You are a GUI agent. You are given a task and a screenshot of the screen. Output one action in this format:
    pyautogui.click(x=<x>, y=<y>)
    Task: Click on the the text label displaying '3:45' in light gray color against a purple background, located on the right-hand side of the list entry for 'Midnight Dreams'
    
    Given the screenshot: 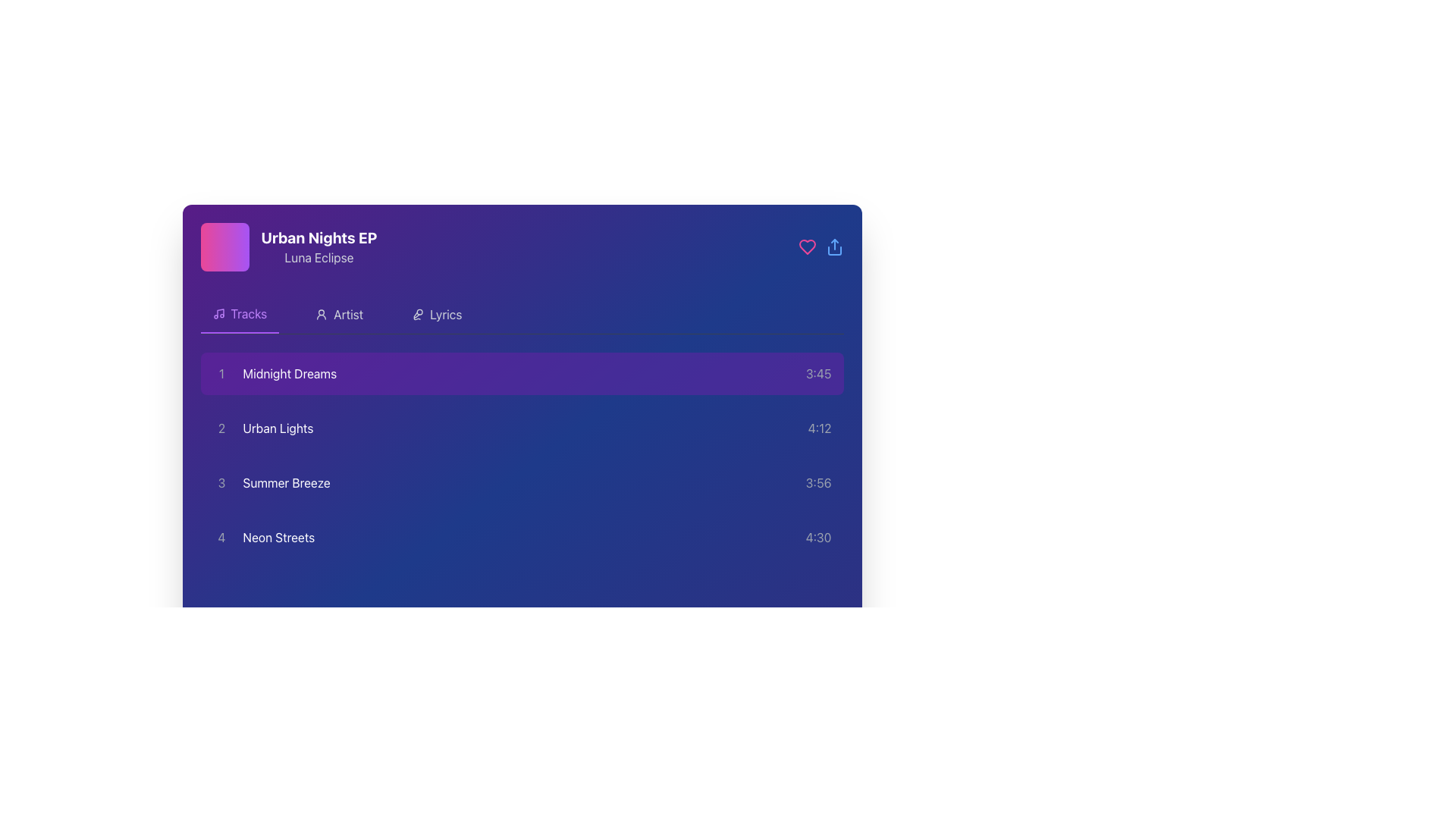 What is the action you would take?
    pyautogui.click(x=817, y=374)
    